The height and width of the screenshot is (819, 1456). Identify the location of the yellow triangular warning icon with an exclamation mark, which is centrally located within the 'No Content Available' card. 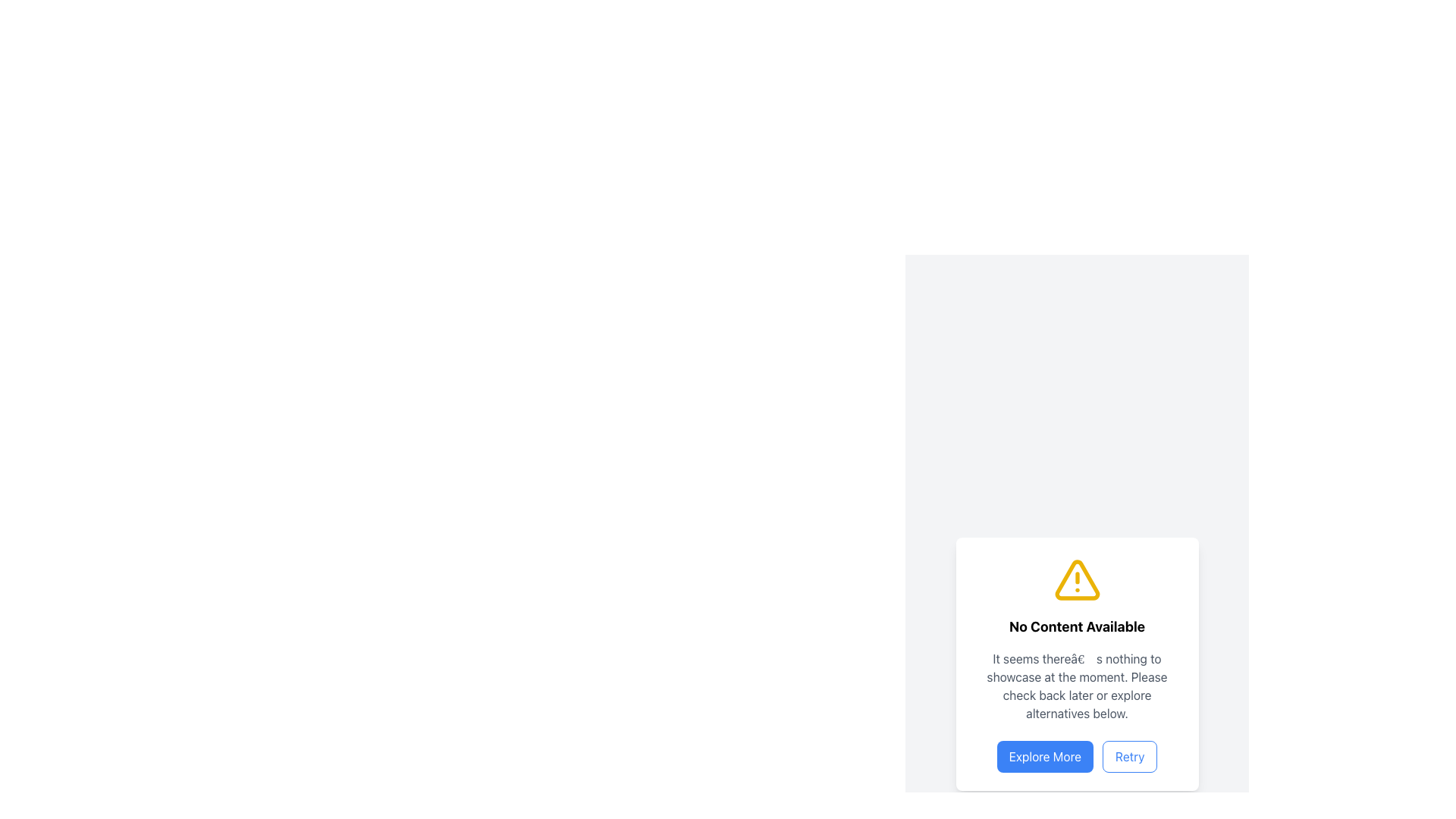
(1076, 579).